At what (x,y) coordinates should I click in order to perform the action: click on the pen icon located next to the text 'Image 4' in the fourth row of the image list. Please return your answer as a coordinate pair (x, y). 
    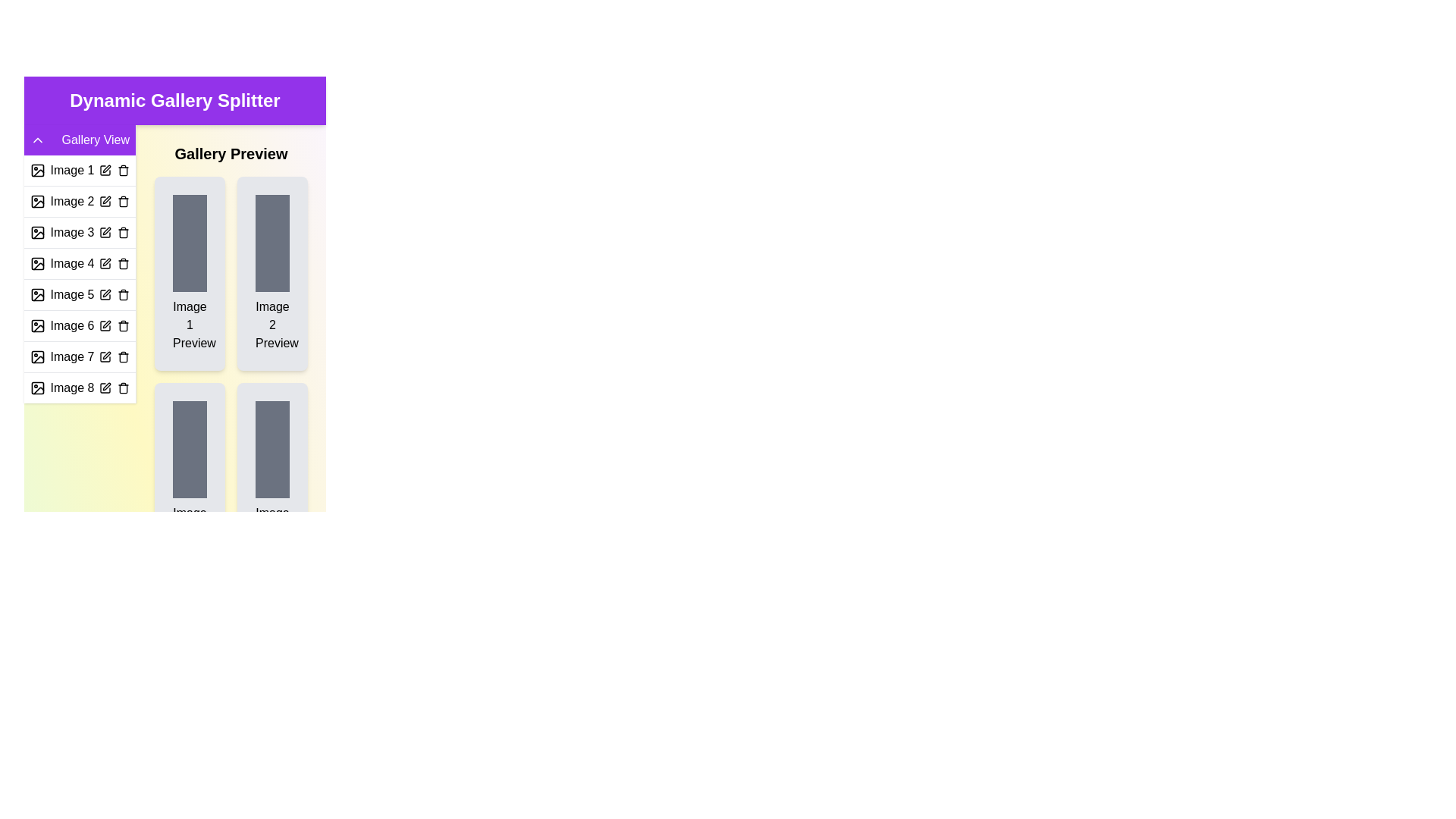
    Looking at the image, I should click on (105, 262).